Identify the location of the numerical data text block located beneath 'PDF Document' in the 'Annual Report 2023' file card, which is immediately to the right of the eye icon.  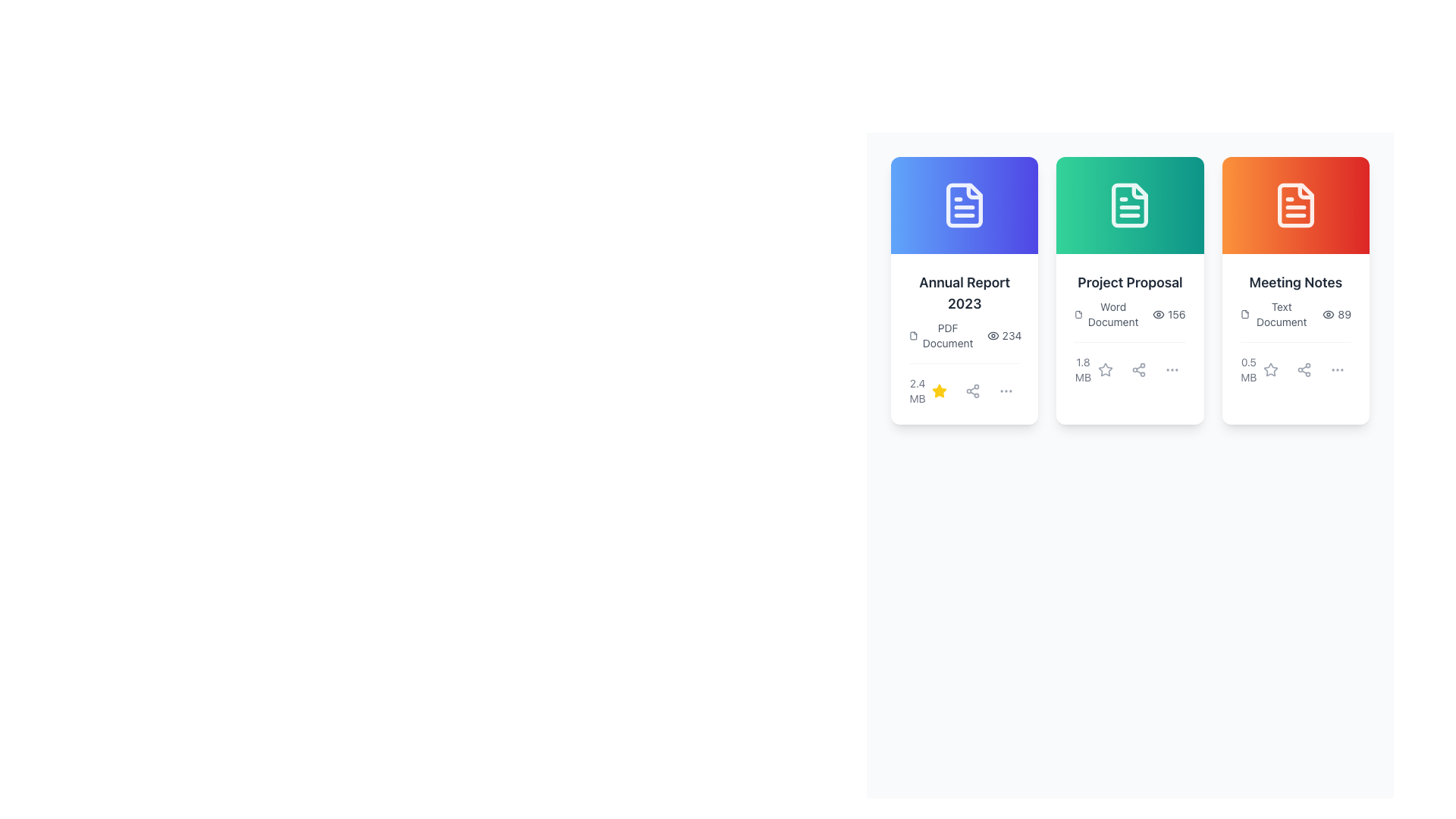
(1004, 335).